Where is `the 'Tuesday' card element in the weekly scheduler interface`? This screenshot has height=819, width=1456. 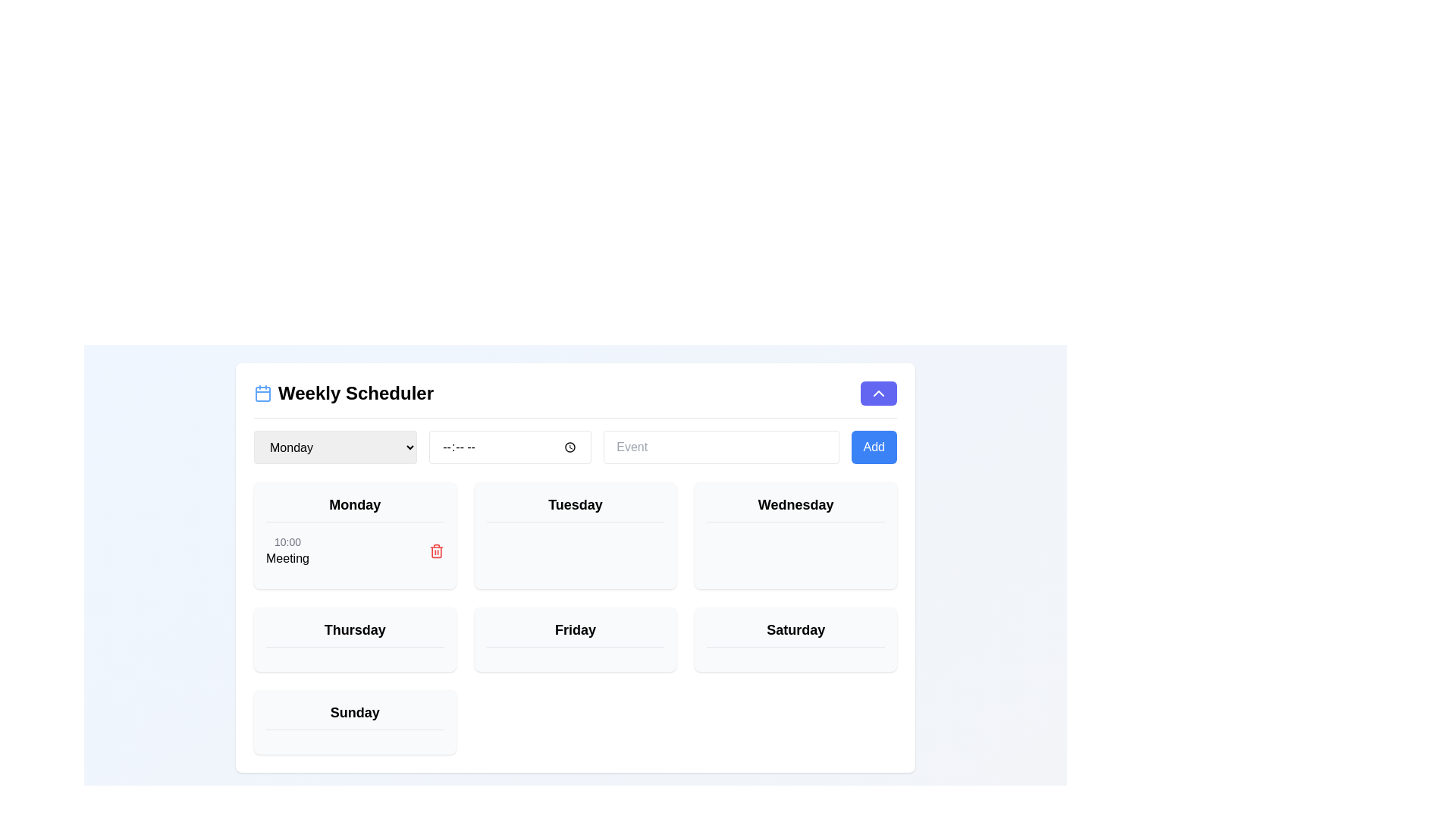 the 'Tuesday' card element in the weekly scheduler interface is located at coordinates (574, 535).